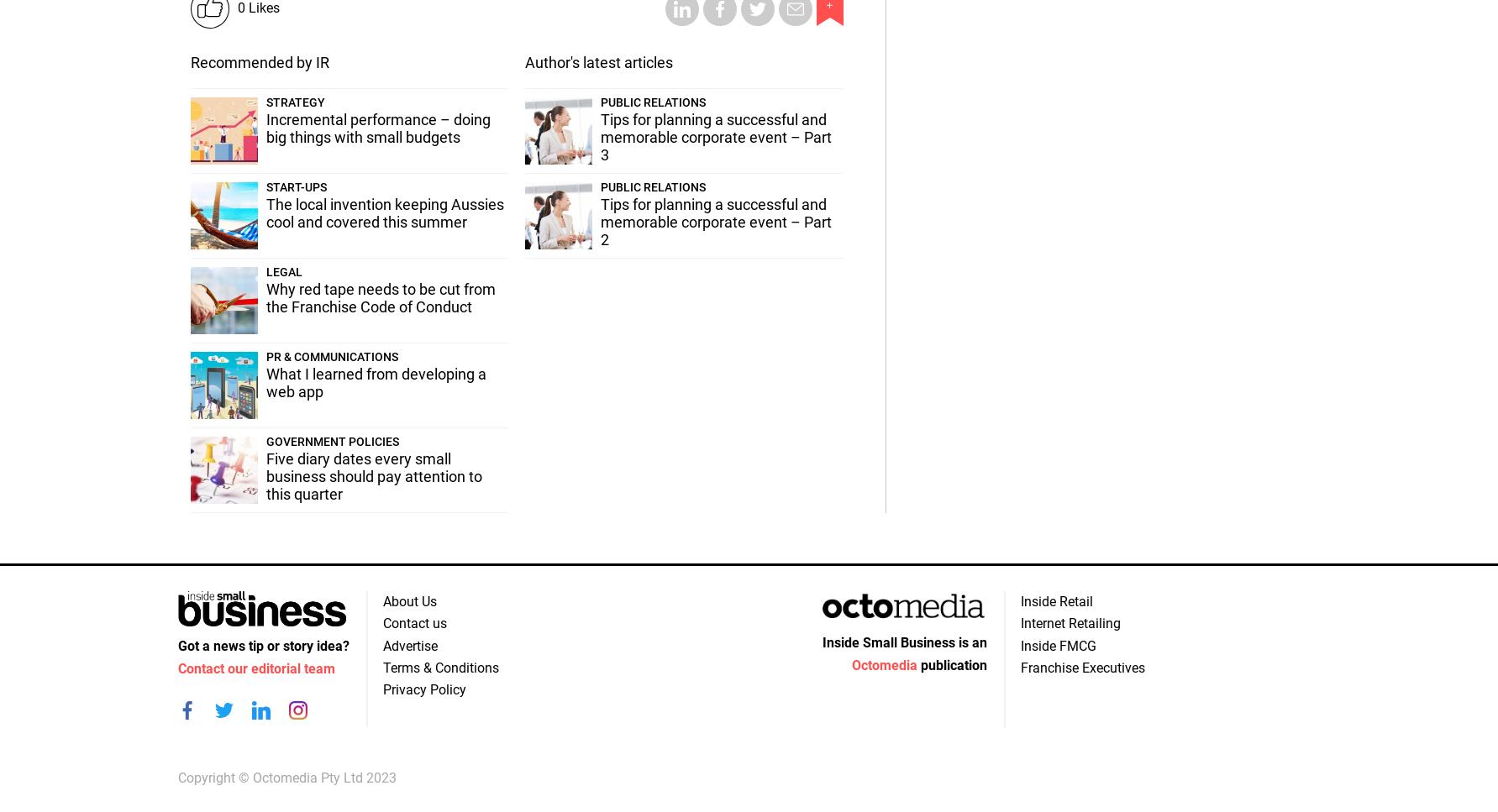  I want to click on 'Octomedia', so click(883, 664).